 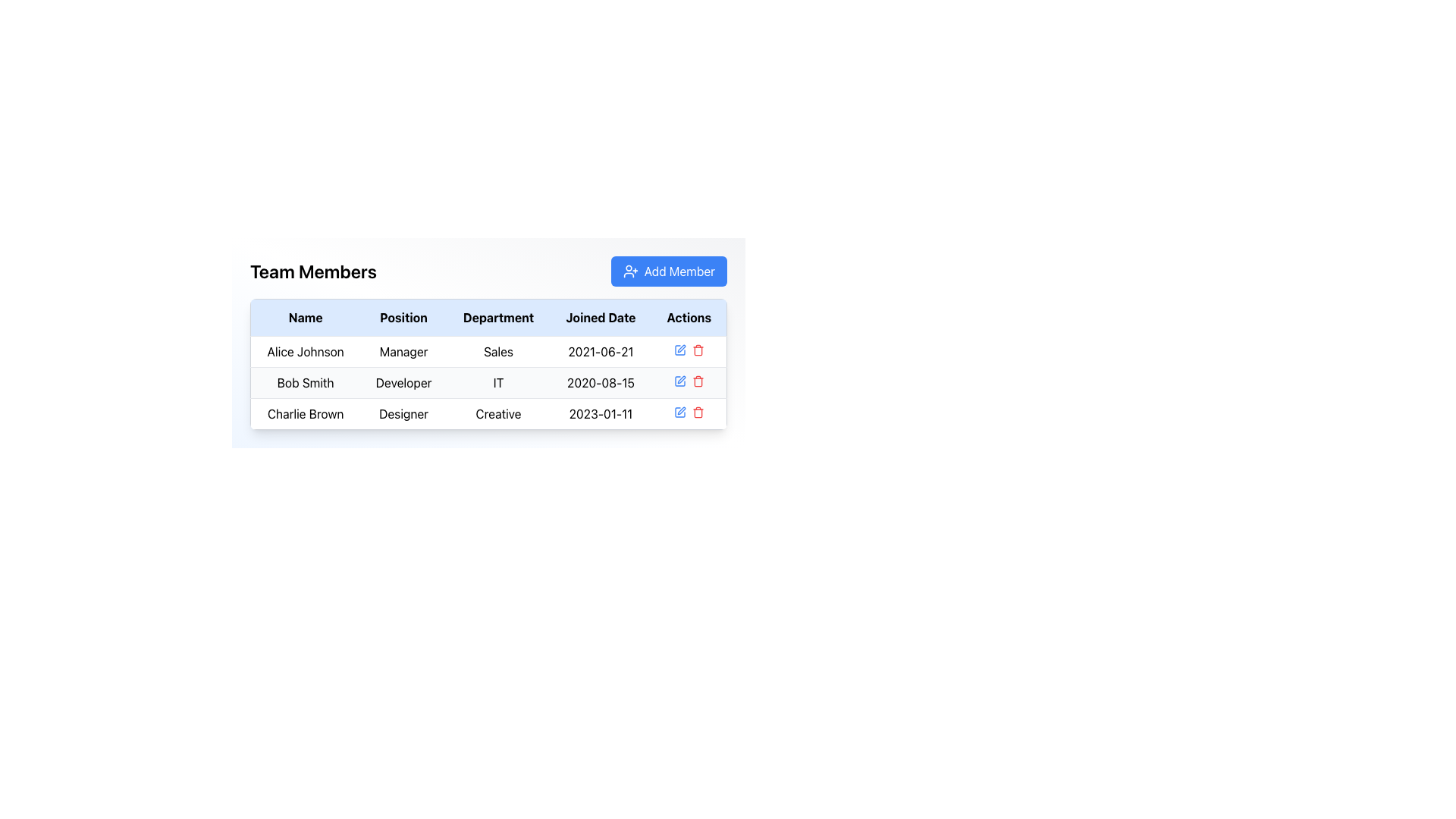 What do you see at coordinates (498, 414) in the screenshot?
I see `the static text label indicating the department name 'Creative' for the individual 'Charlie Brown' in the table` at bounding box center [498, 414].